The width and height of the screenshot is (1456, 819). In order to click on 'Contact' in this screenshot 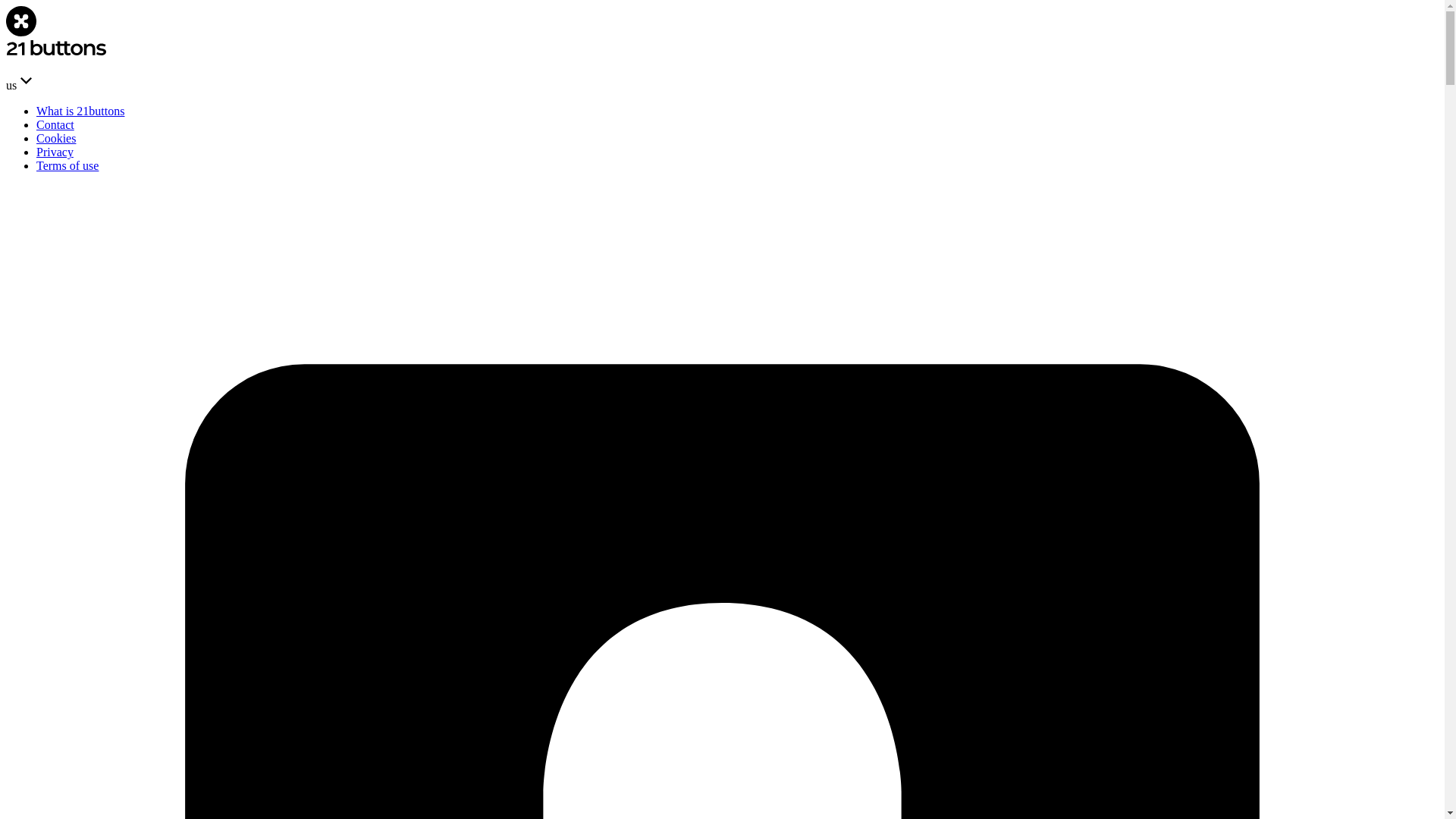, I will do `click(55, 124)`.